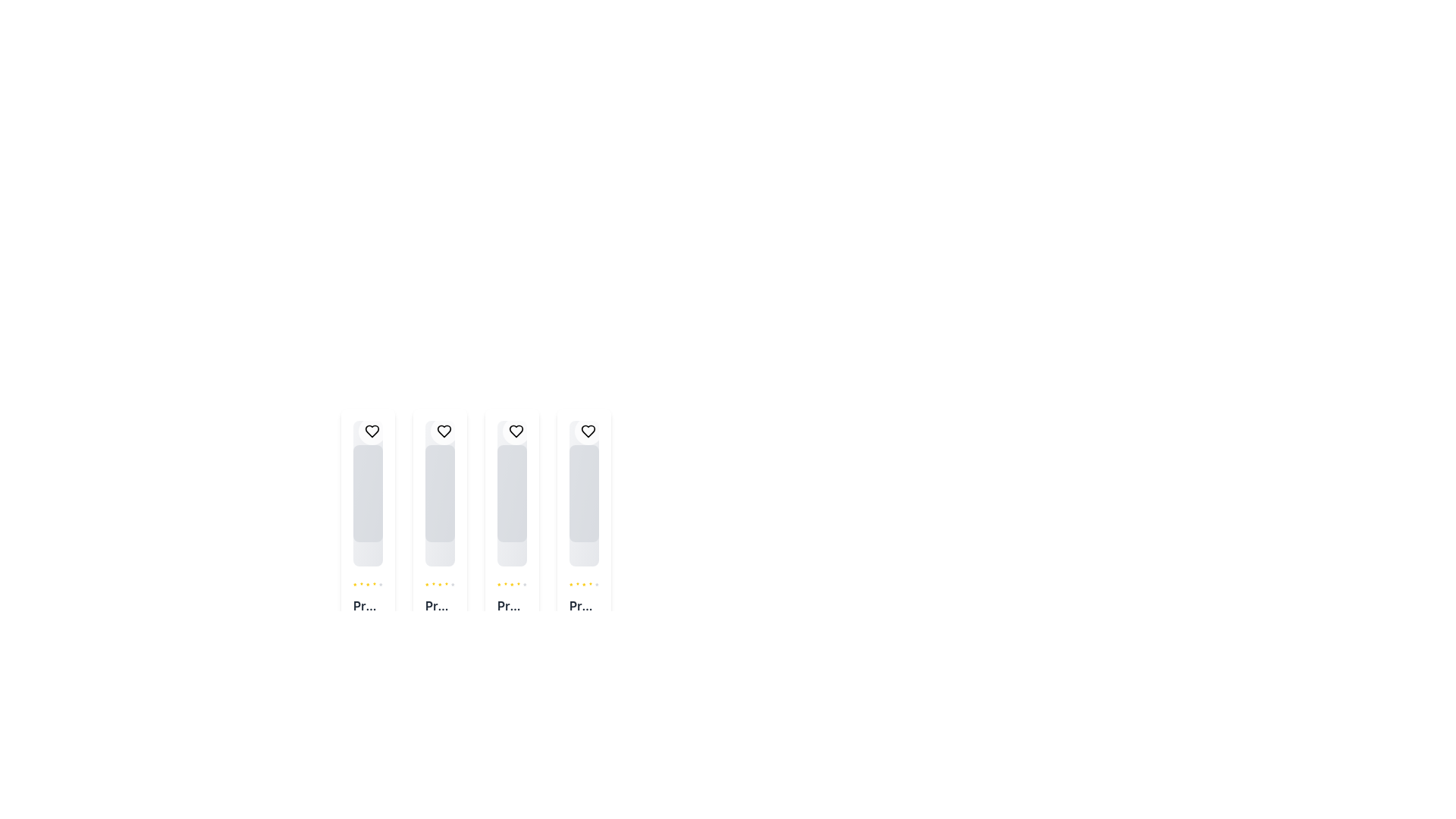 This screenshot has height=819, width=1456. What do you see at coordinates (512, 604) in the screenshot?
I see `the third 'Product Name' text label, which is styled in semibold dark gray and may truncate if too long, located at the bottom of the product tile` at bounding box center [512, 604].